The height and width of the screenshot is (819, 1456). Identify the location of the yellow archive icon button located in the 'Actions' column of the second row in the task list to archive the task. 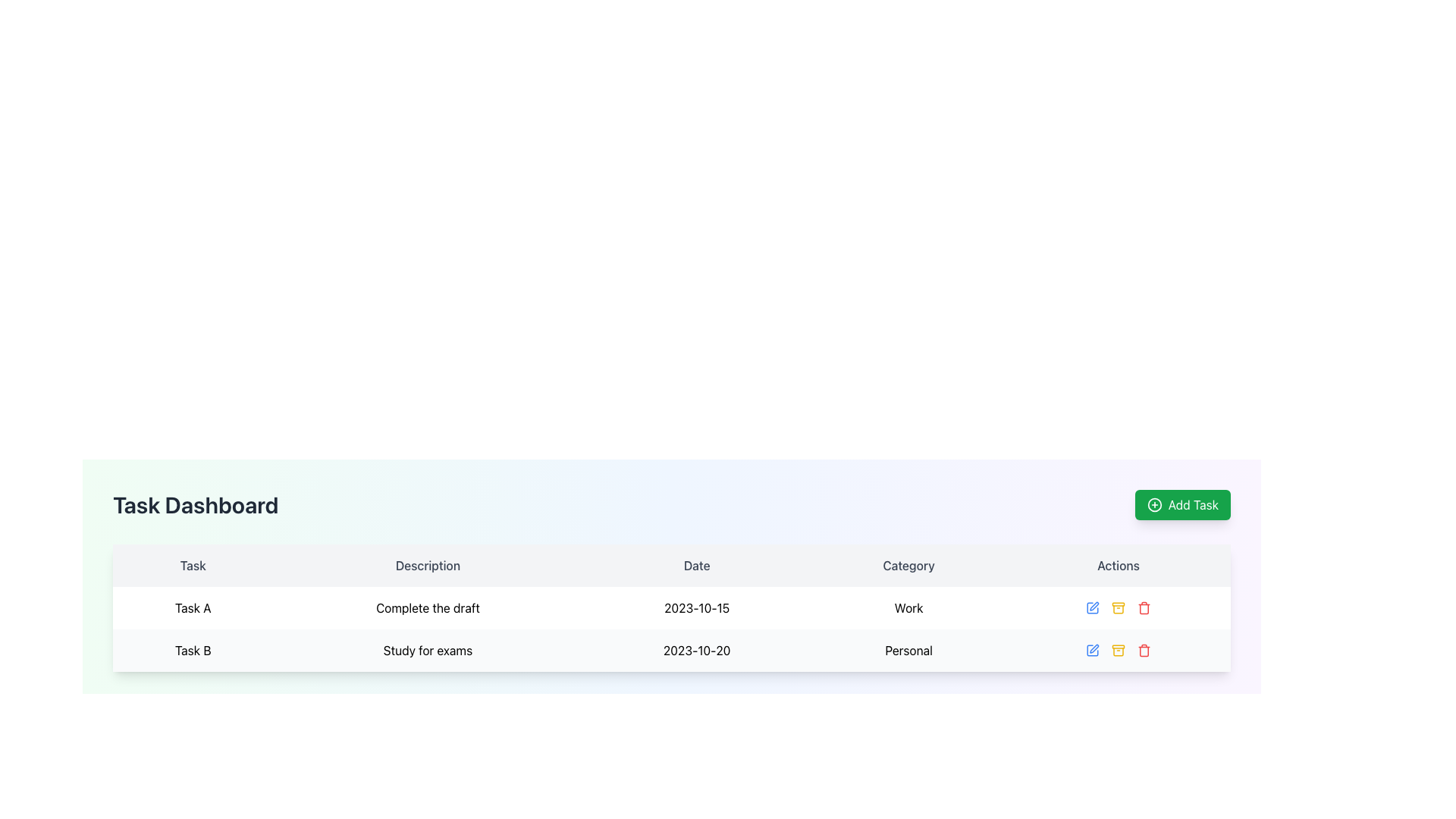
(1119, 649).